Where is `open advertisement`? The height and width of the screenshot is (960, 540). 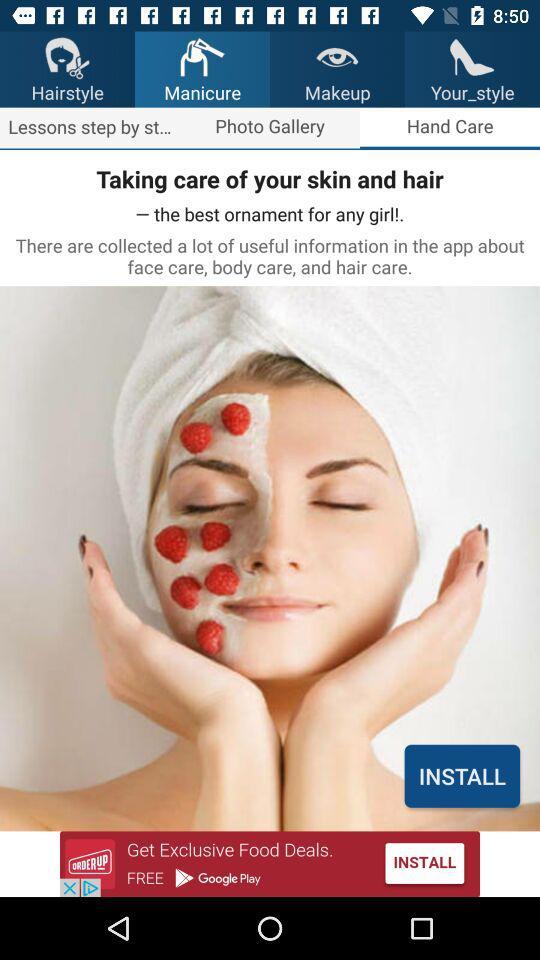 open advertisement is located at coordinates (270, 863).